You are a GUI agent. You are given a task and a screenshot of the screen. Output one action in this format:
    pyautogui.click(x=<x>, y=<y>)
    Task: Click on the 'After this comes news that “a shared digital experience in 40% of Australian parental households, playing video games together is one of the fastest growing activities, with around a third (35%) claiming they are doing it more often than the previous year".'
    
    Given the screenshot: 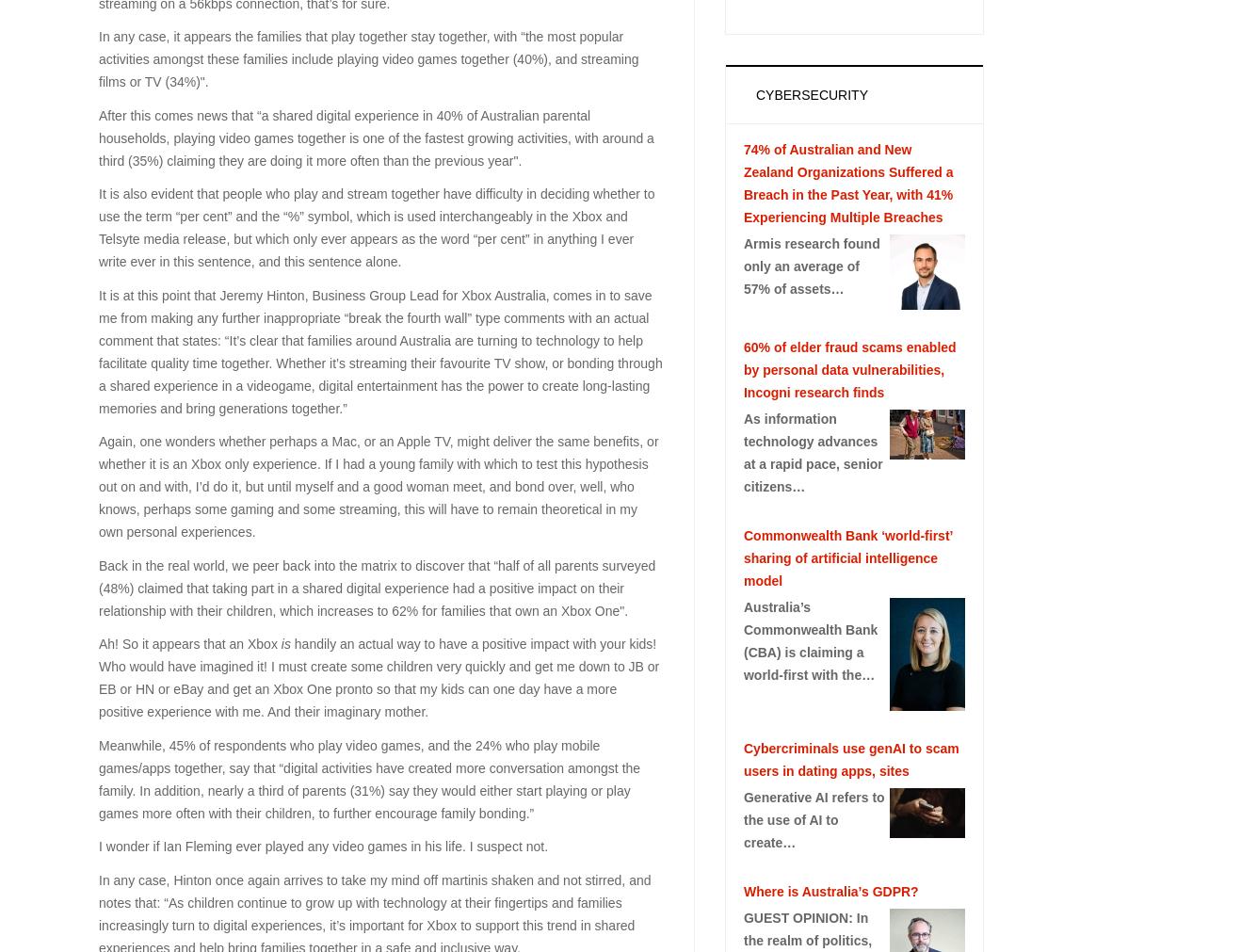 What is the action you would take?
    pyautogui.click(x=98, y=136)
    